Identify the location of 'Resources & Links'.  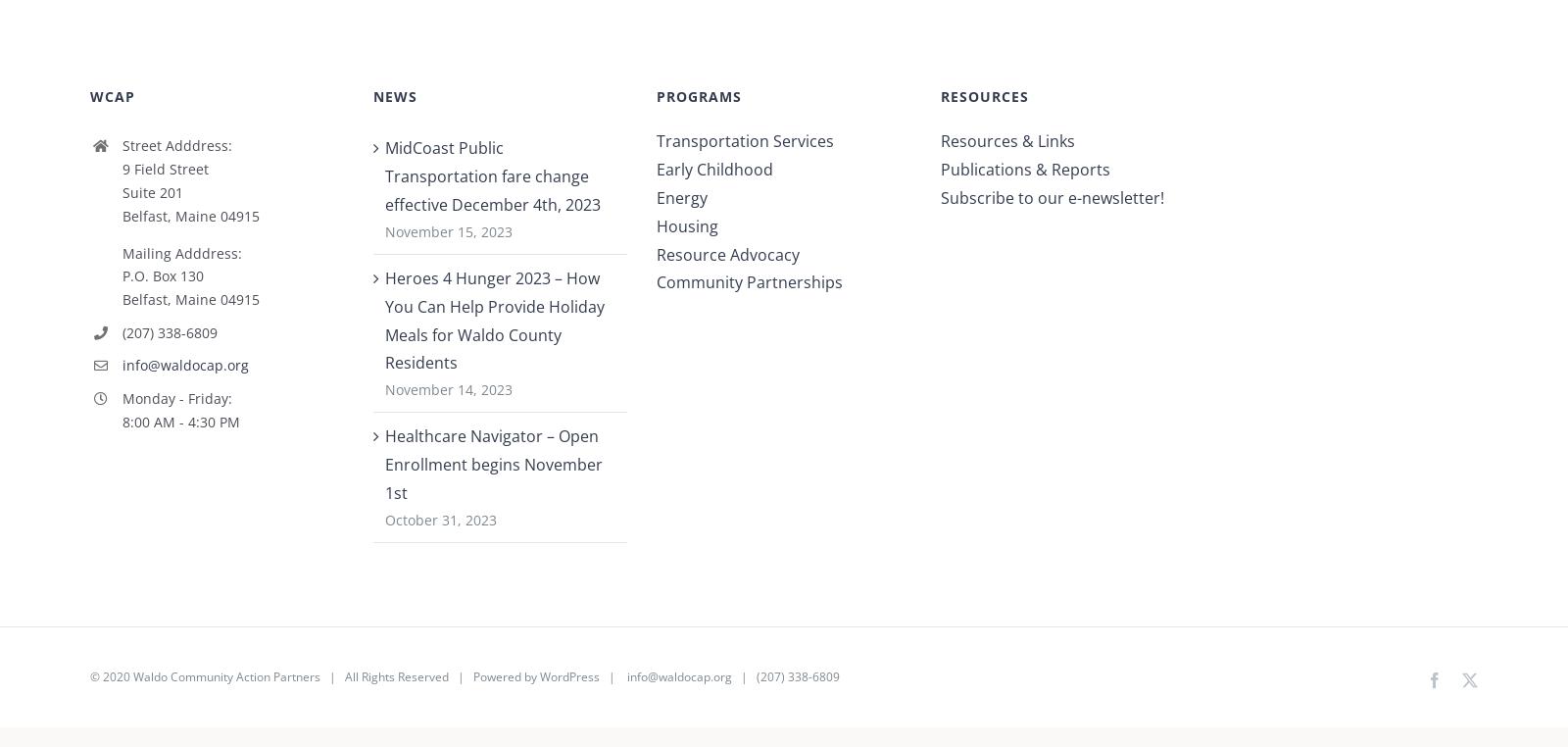
(1006, 148).